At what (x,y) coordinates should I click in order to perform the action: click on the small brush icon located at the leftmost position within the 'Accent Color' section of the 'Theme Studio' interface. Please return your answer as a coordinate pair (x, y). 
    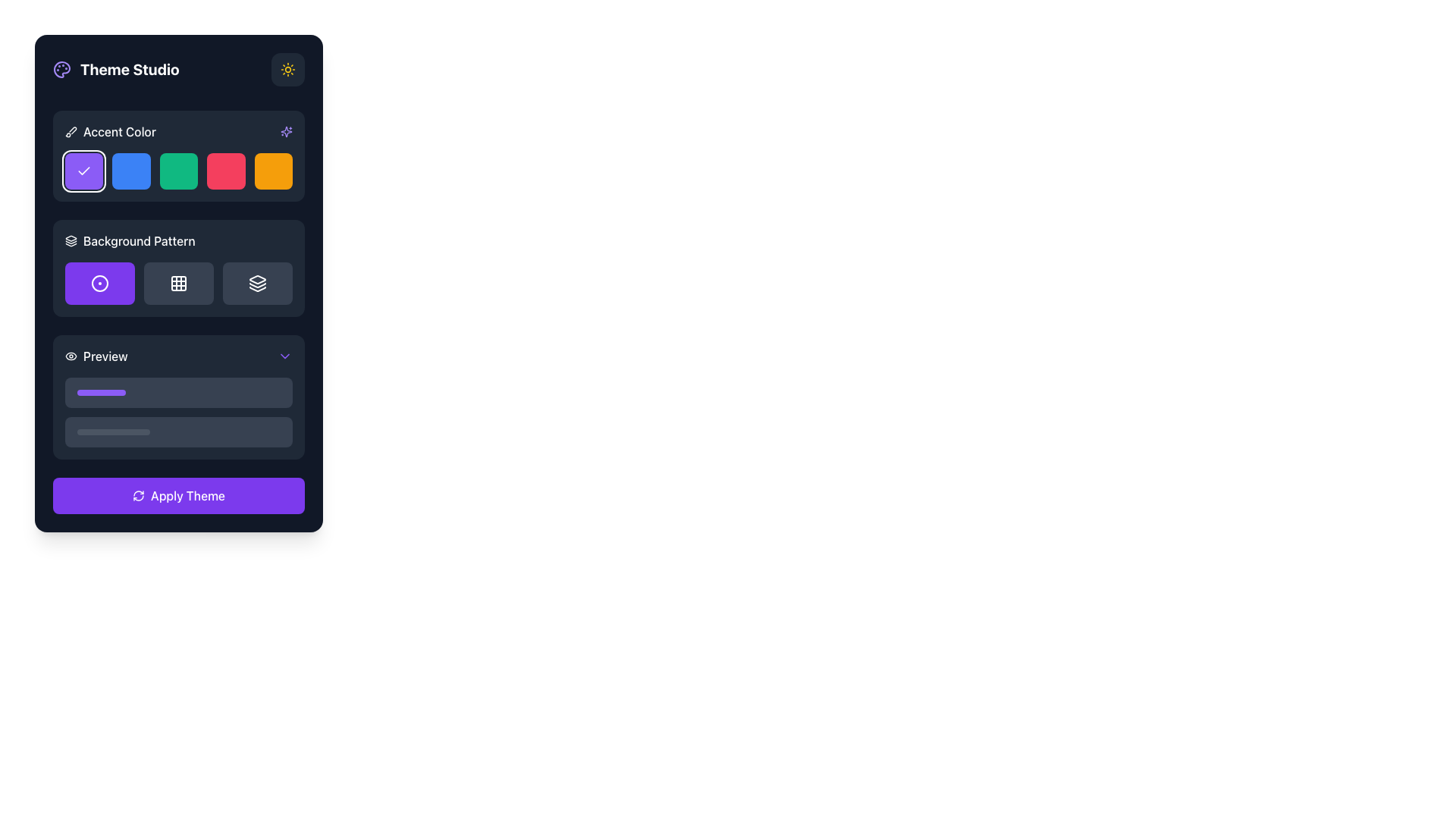
    Looking at the image, I should click on (71, 130).